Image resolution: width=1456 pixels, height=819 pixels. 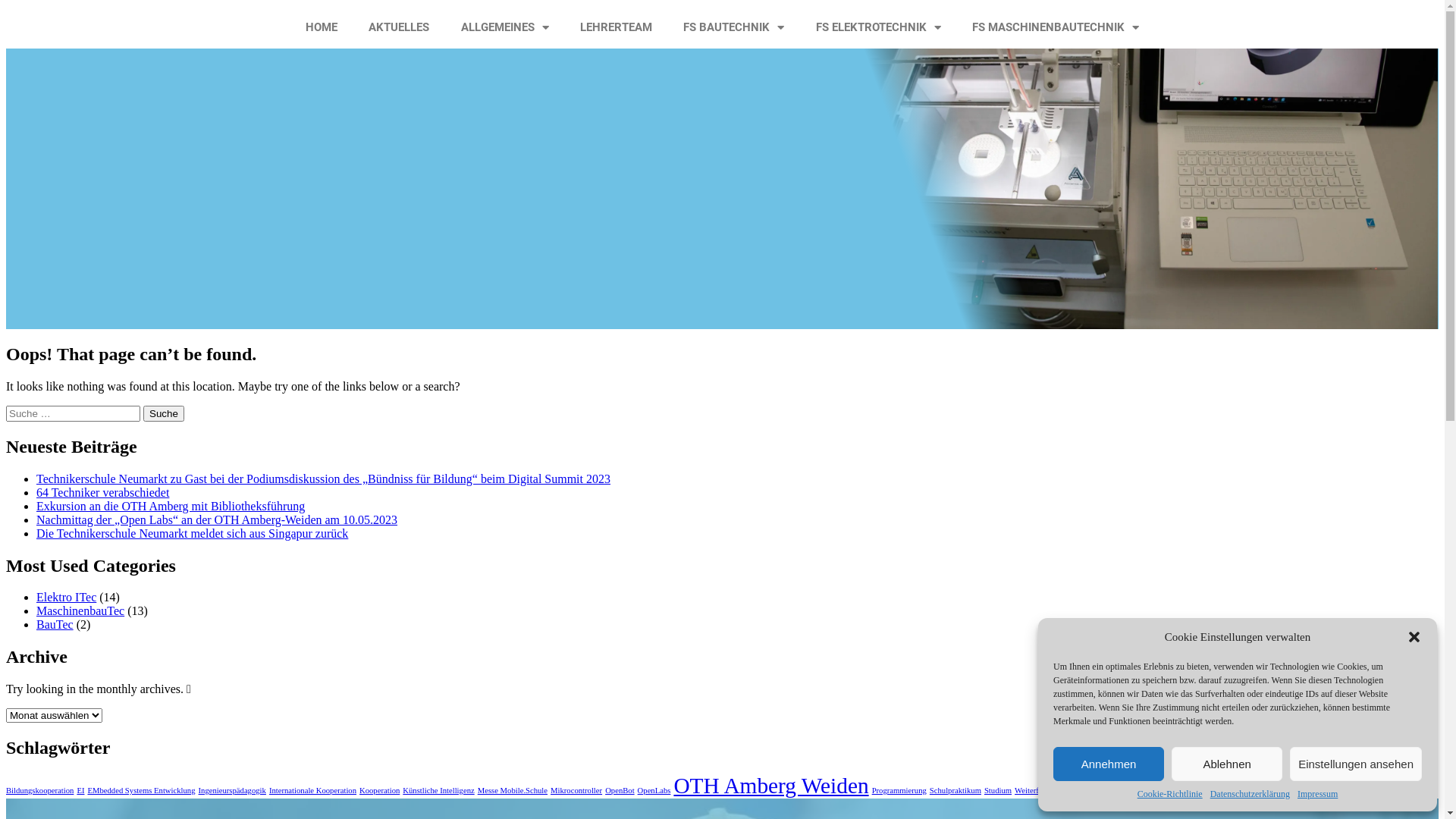 What do you see at coordinates (734, 27) in the screenshot?
I see `'FS BAUTECHNIK'` at bounding box center [734, 27].